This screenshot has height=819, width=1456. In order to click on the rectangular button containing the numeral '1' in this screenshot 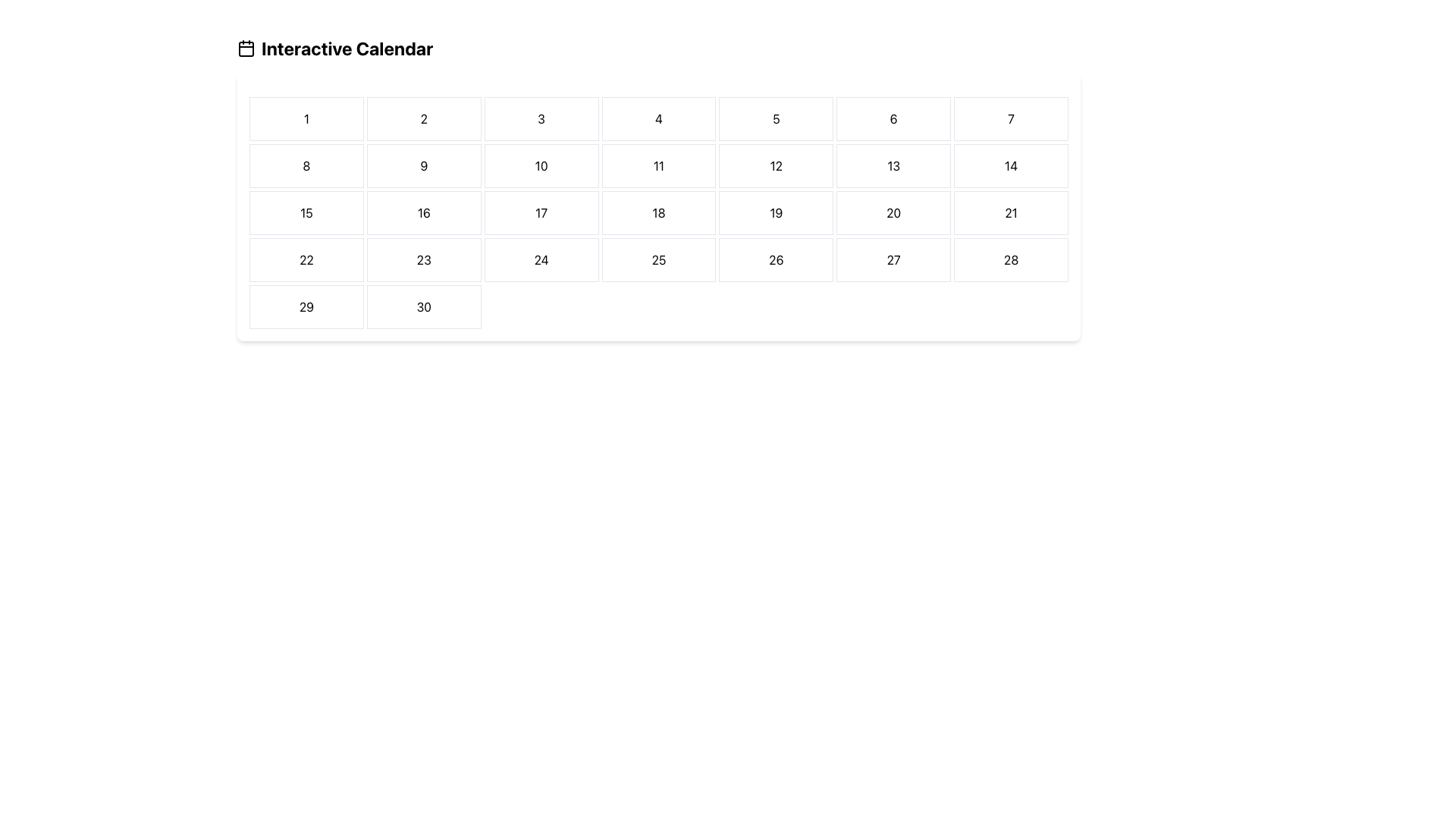, I will do `click(306, 118)`.